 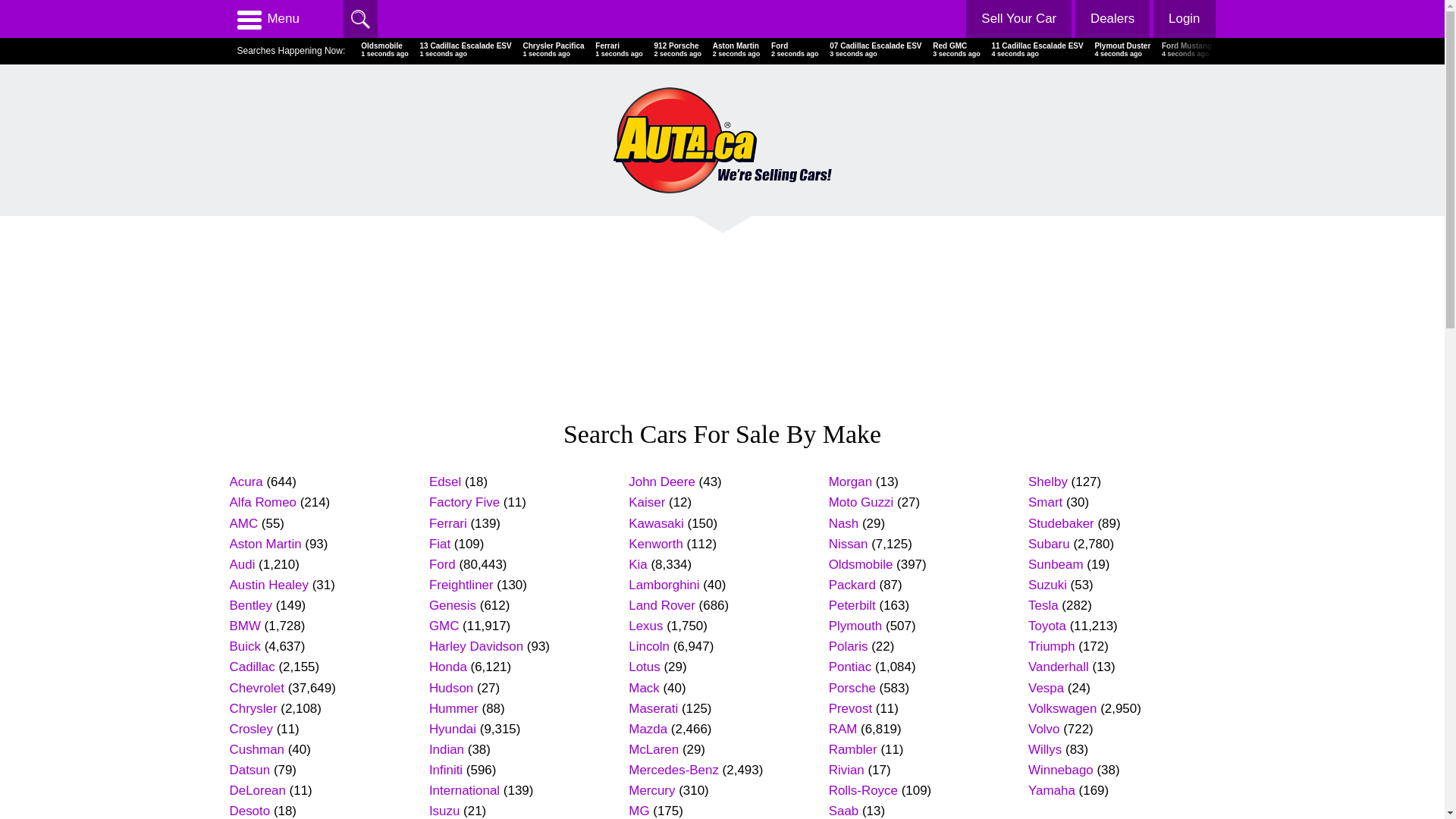 I want to click on 'Nissan', so click(x=847, y=543).